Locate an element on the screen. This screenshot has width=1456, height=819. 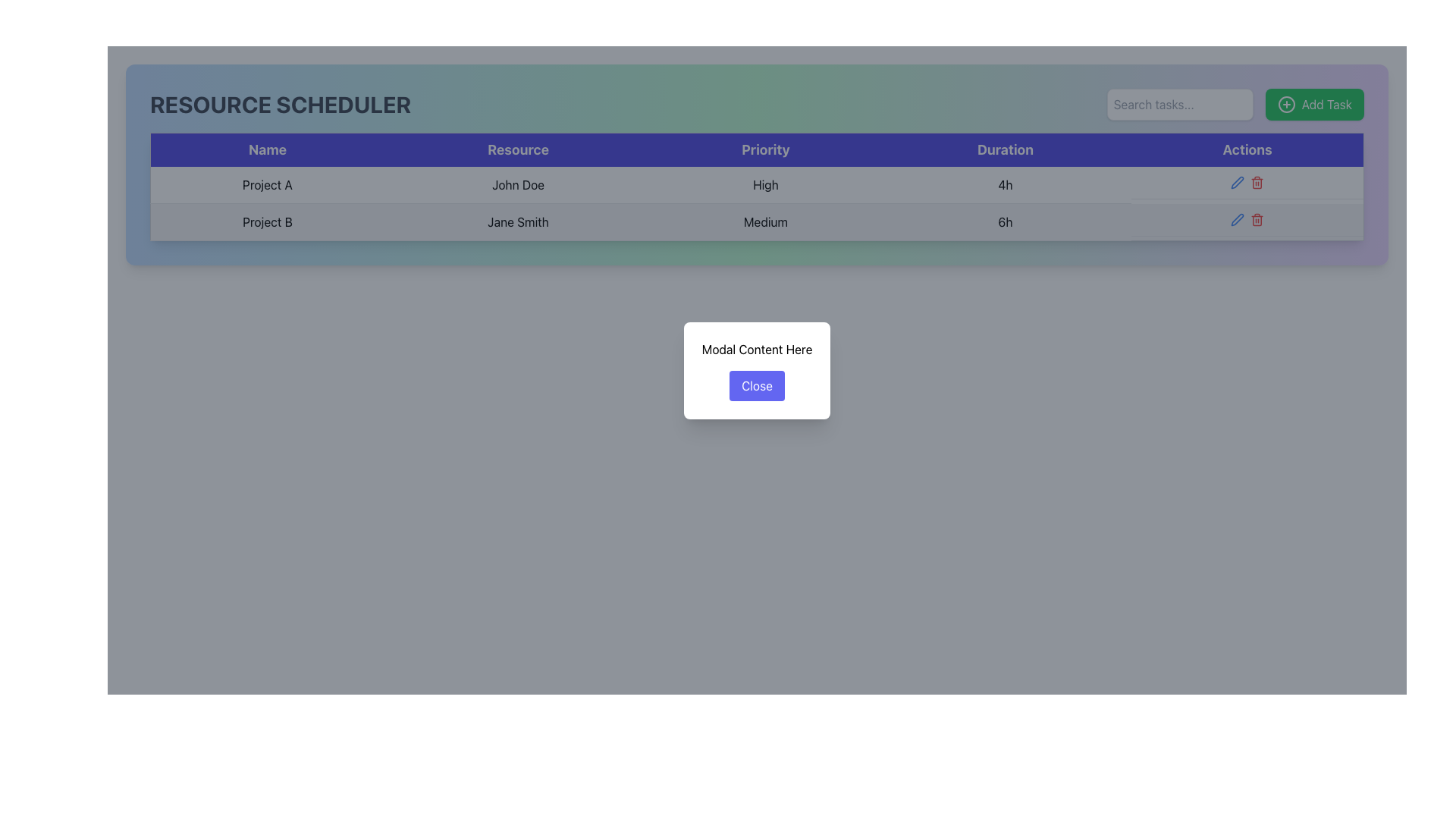
the delete button in the 'Actions' column of the 'Resource Scheduler' table is located at coordinates (1257, 219).